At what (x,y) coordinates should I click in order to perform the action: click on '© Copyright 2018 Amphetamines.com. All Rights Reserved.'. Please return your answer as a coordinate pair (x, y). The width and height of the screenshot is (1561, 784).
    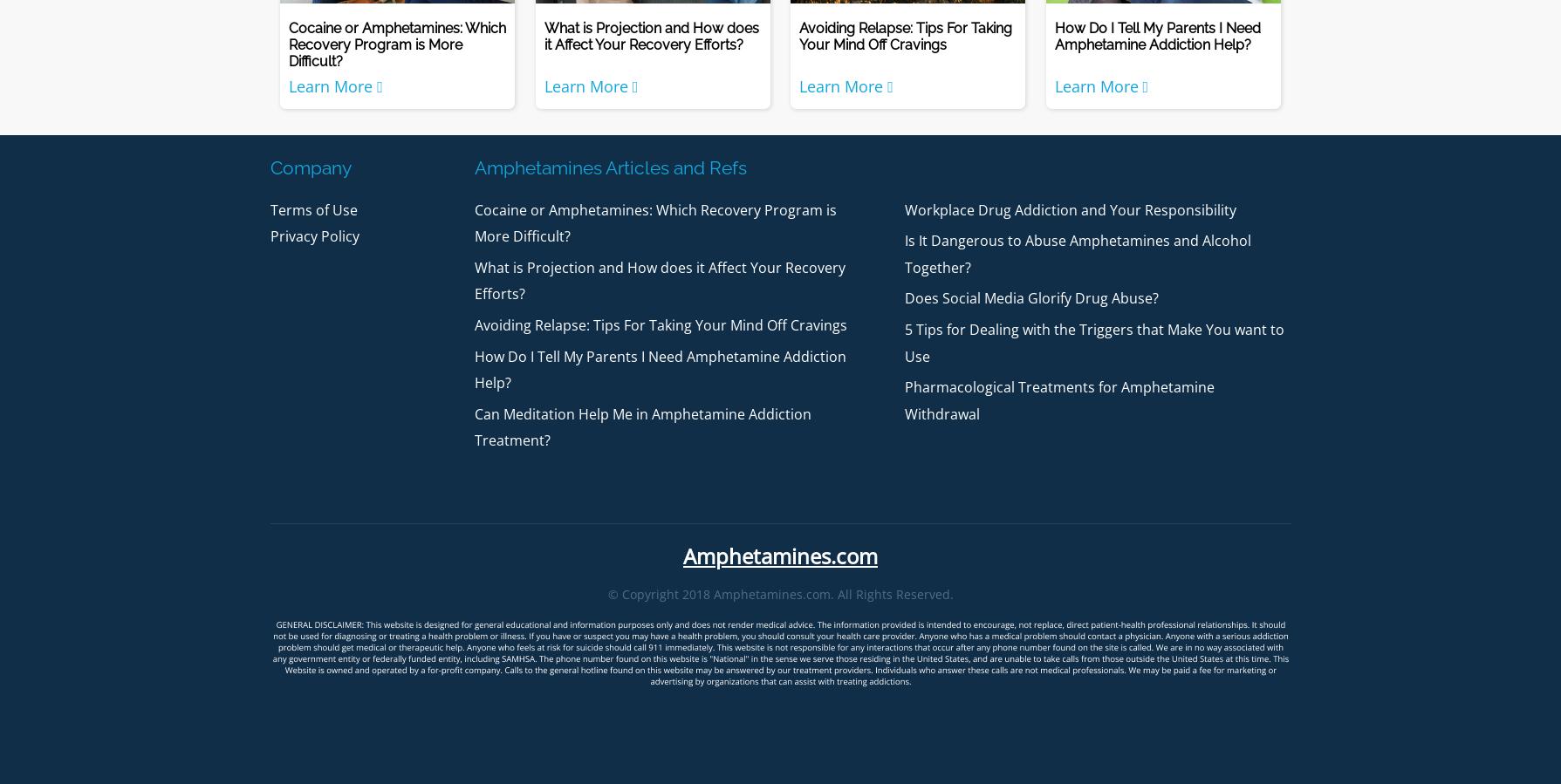
    Looking at the image, I should click on (779, 593).